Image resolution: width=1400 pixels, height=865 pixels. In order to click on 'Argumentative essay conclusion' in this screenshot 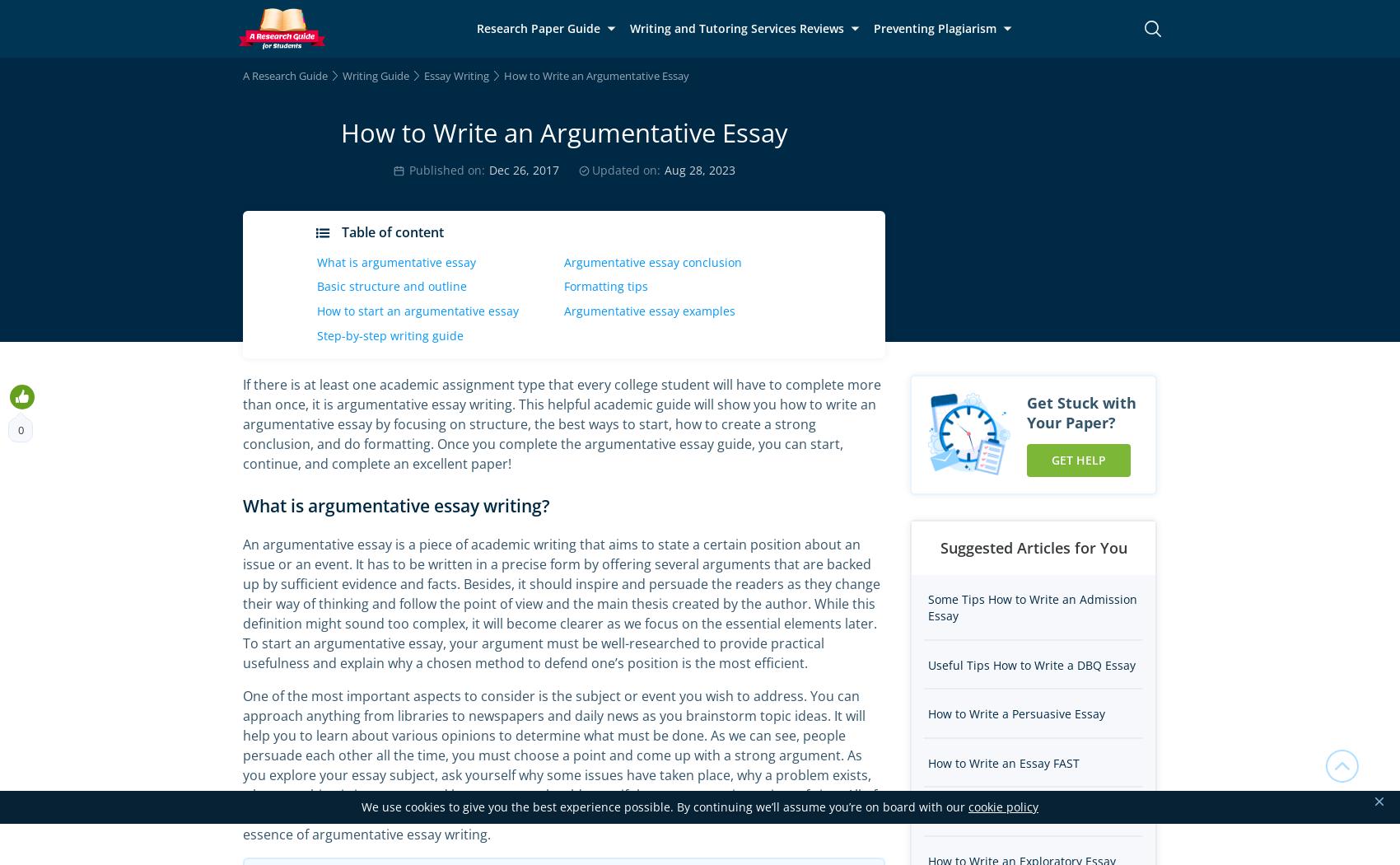, I will do `click(652, 261)`.